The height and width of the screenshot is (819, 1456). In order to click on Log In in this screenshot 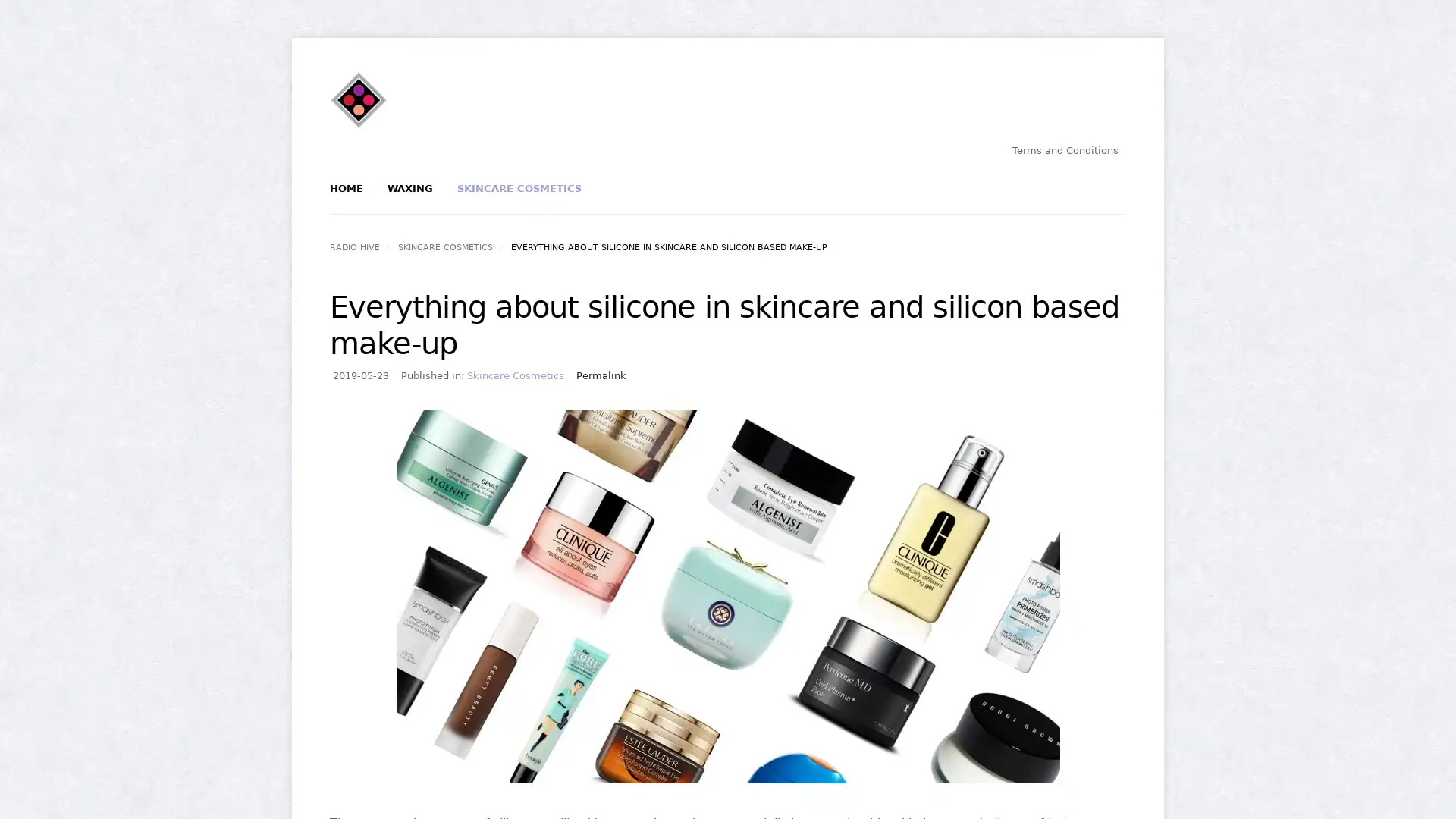, I will do `click(674, 256)`.